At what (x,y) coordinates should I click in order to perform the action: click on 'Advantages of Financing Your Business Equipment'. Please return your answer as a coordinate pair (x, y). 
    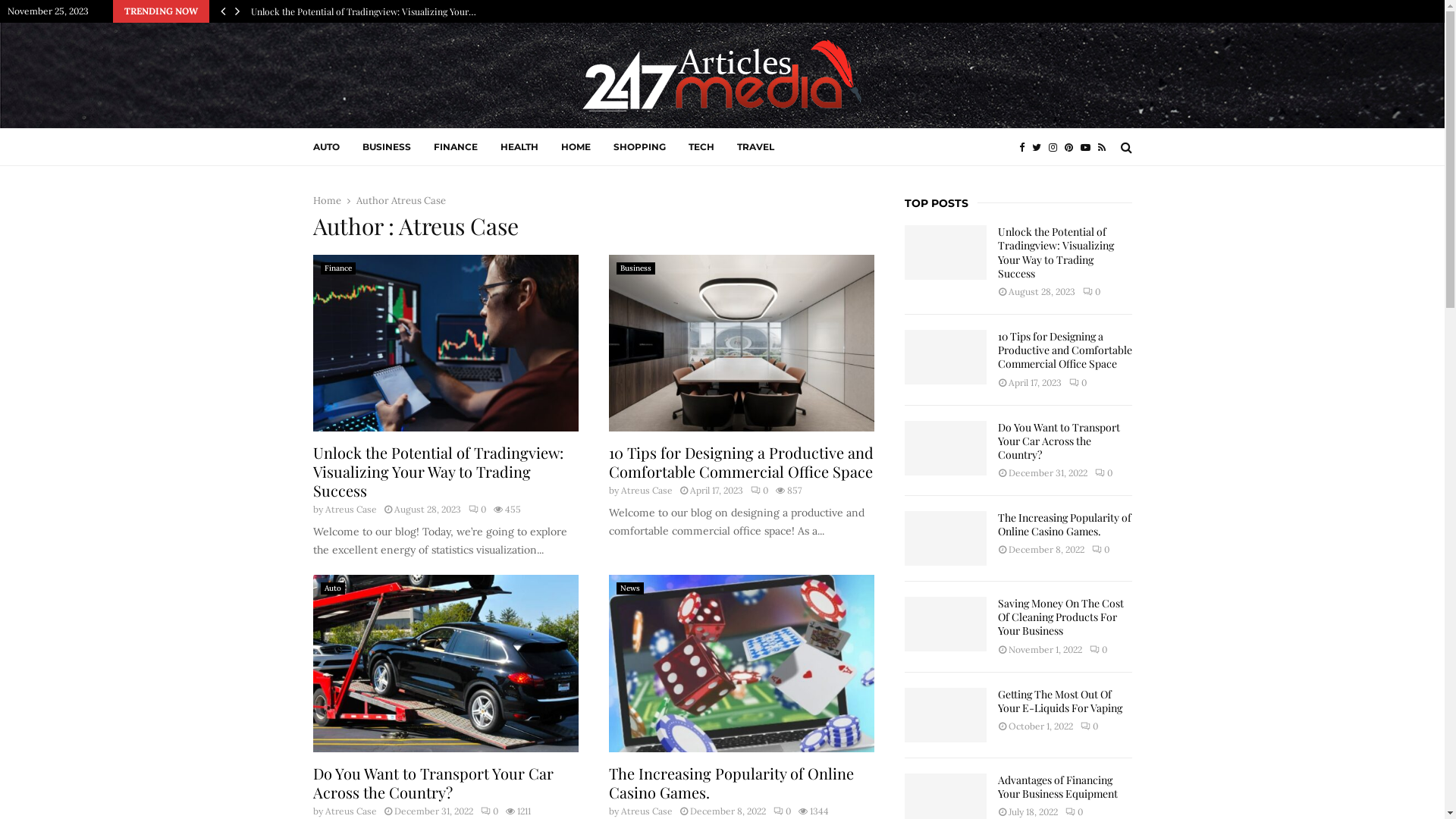
    Looking at the image, I should click on (1057, 786).